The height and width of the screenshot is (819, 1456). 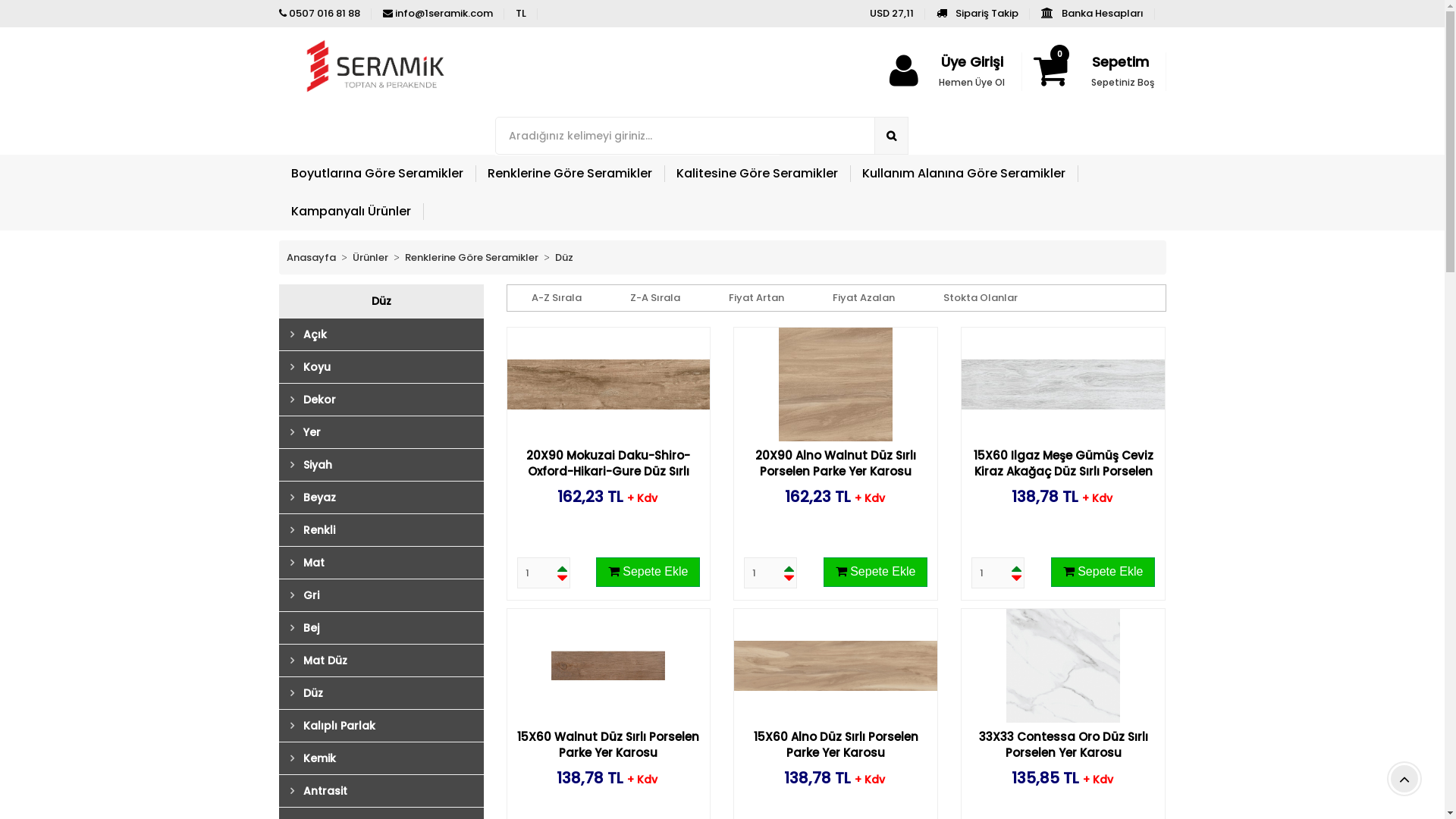 What do you see at coordinates (318, 13) in the screenshot?
I see `'0507 016 81 88'` at bounding box center [318, 13].